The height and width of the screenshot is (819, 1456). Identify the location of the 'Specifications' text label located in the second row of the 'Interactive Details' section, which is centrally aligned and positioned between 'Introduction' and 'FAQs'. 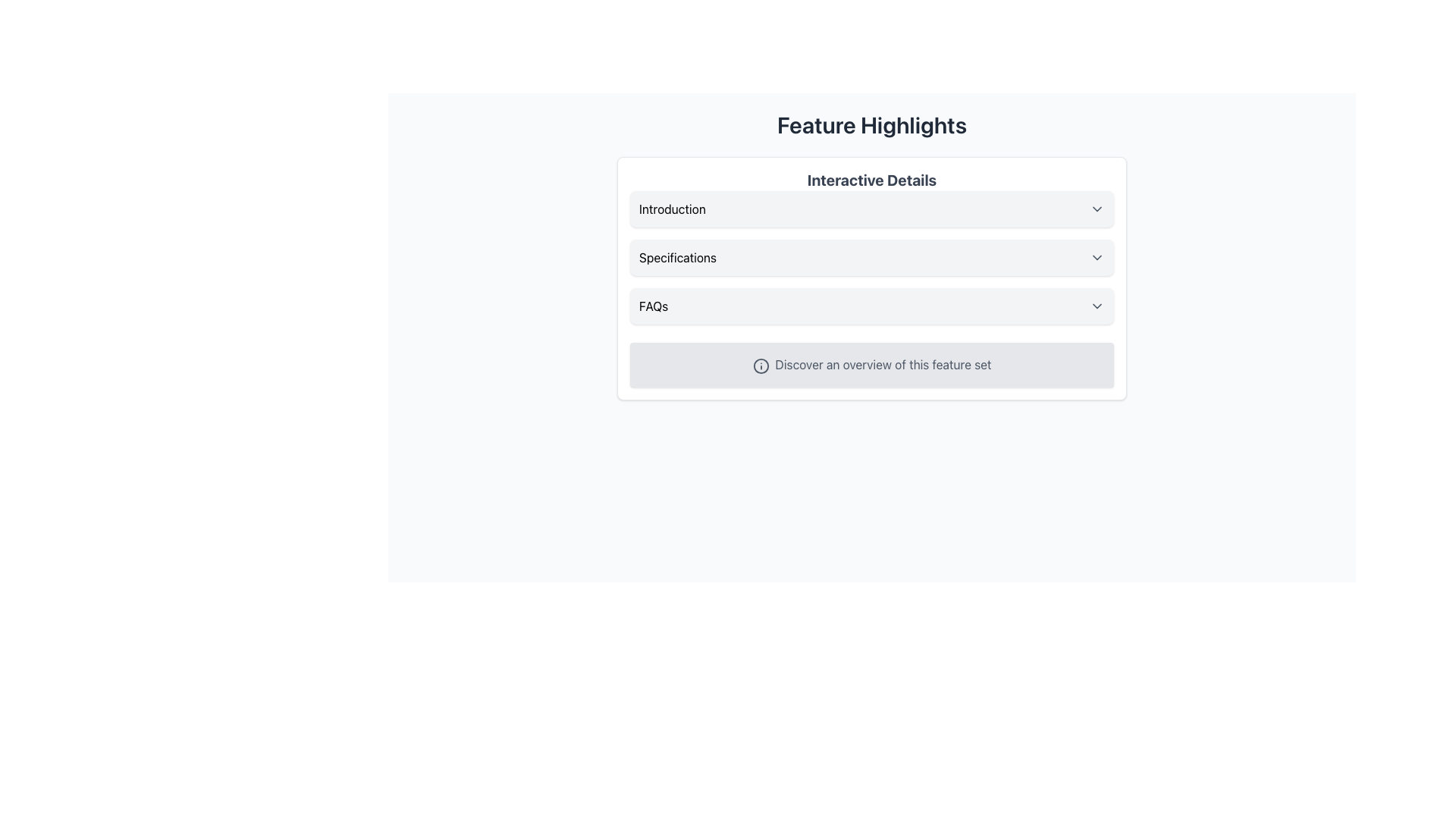
(677, 256).